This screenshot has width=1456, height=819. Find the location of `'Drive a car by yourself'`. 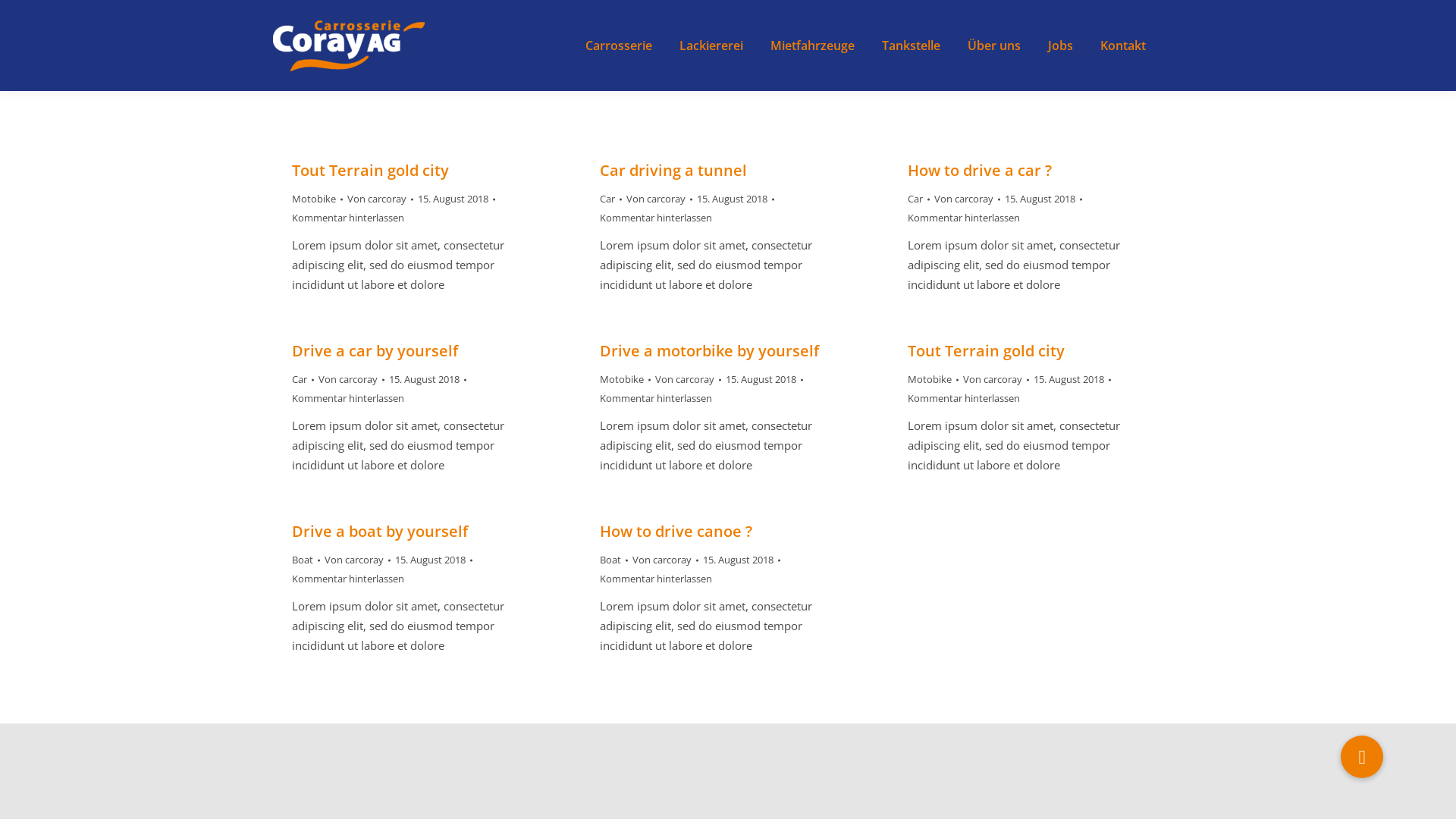

'Drive a car by yourself' is located at coordinates (375, 350).